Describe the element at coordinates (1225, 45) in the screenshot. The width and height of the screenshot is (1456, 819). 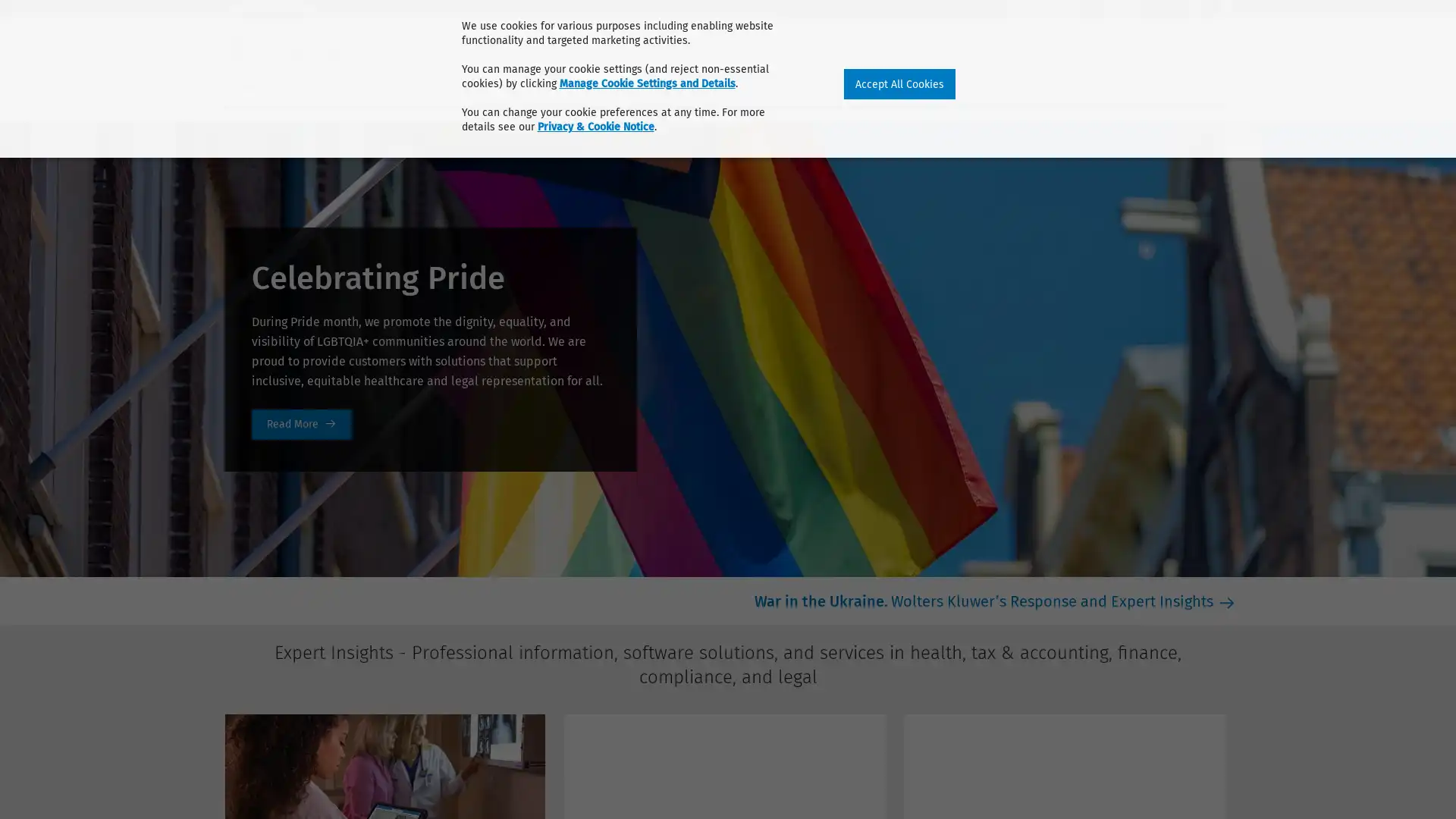
I see `Close drawer.` at that location.